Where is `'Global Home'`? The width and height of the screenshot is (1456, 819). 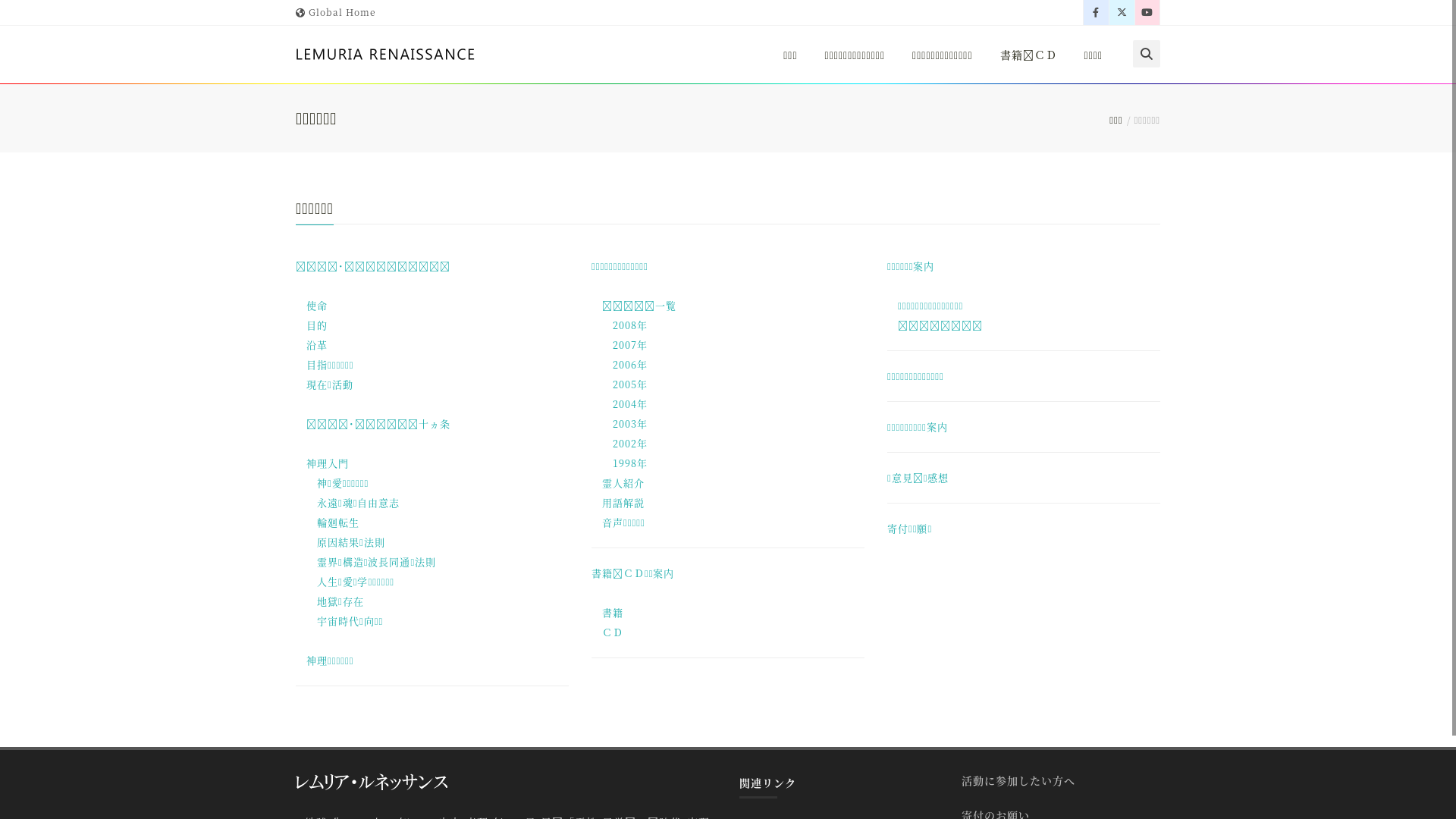
'Global Home' is located at coordinates (295, 11).